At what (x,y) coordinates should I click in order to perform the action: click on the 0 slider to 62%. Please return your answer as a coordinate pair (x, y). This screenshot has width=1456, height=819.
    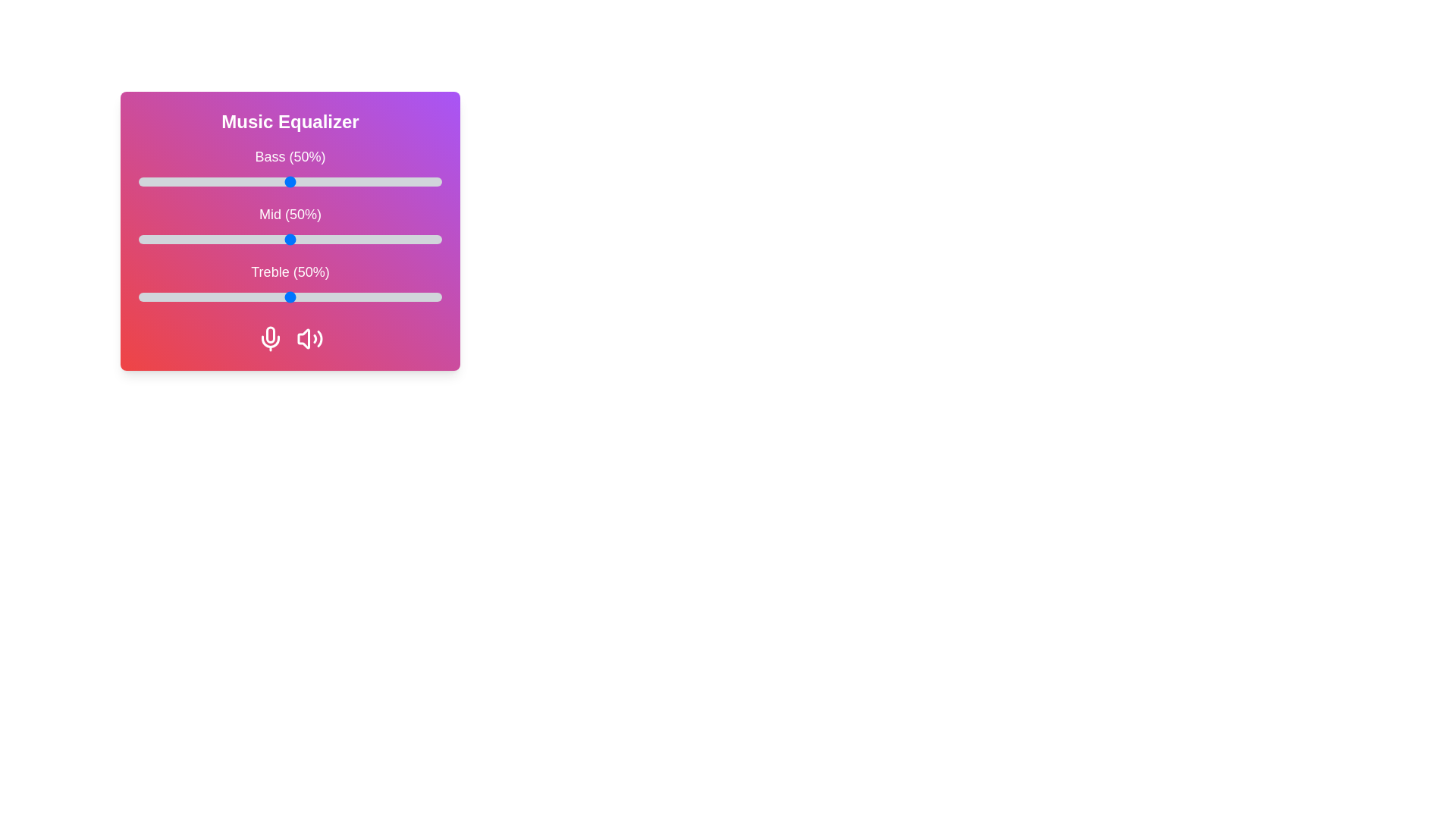
    Looking at the image, I should click on (326, 180).